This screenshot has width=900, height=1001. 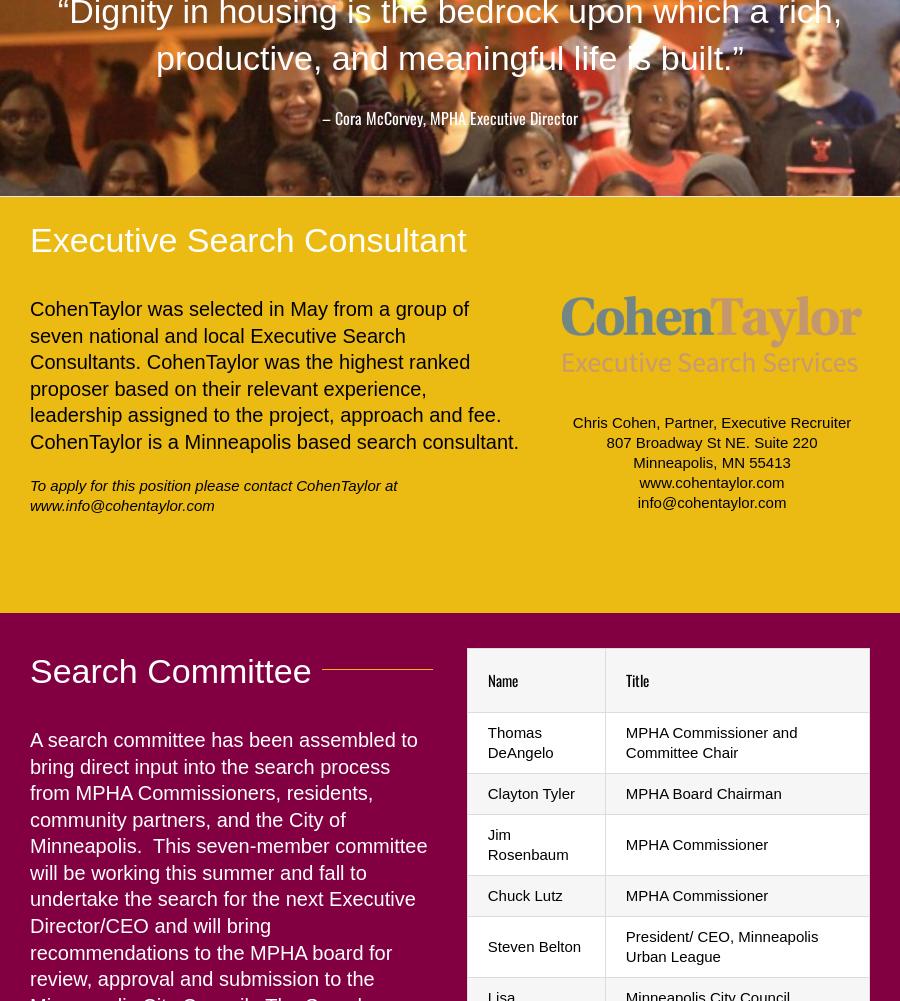 I want to click on 'President/ CEO, Minneapolis Urban League', so click(x=720, y=944).